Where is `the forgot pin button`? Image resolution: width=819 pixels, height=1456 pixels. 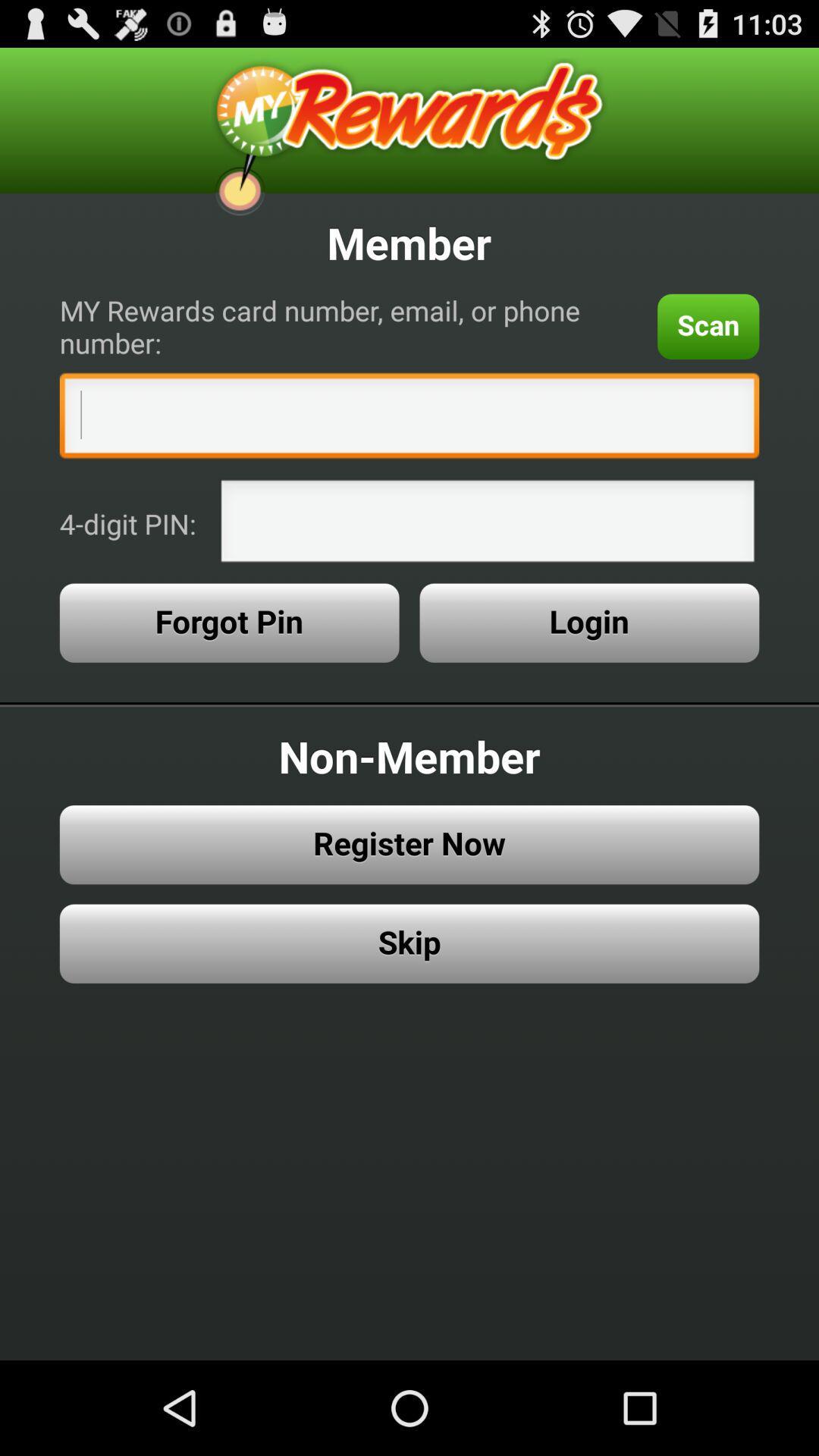 the forgot pin button is located at coordinates (229, 623).